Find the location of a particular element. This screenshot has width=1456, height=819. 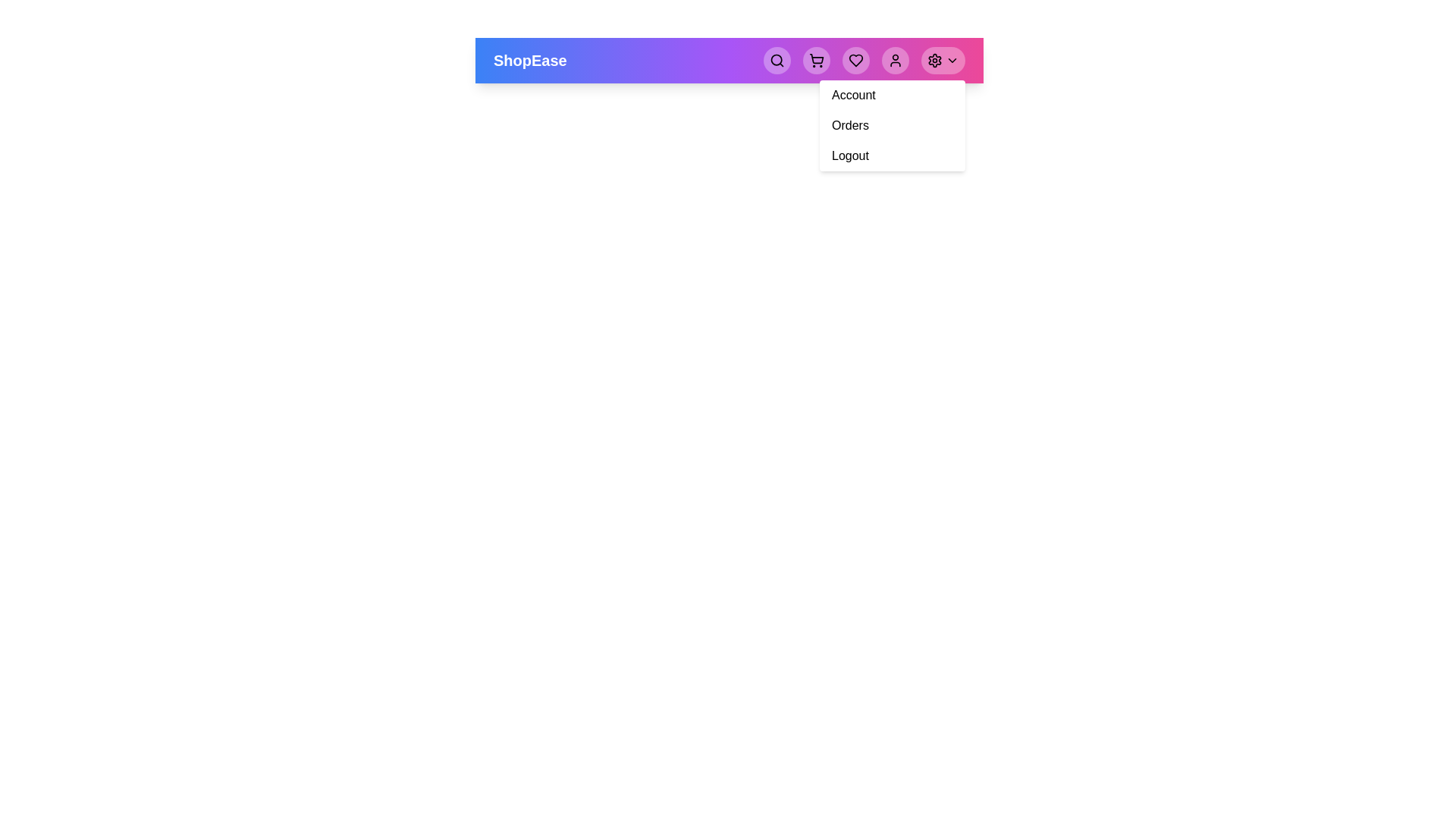

heart button is located at coordinates (855, 60).